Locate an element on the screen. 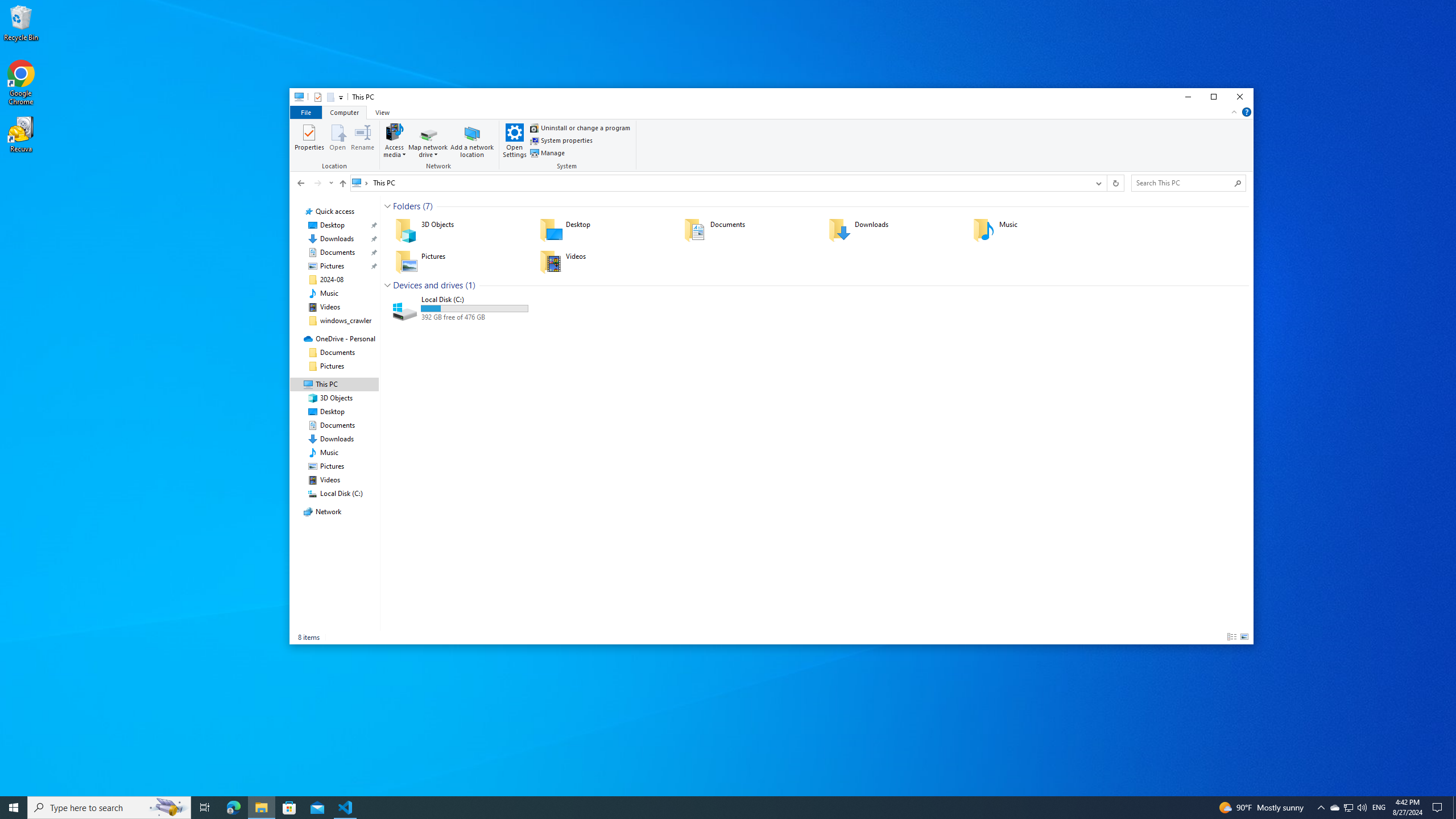 The image size is (1456, 819). 'File Explorer - 1 running window' is located at coordinates (260, 806).